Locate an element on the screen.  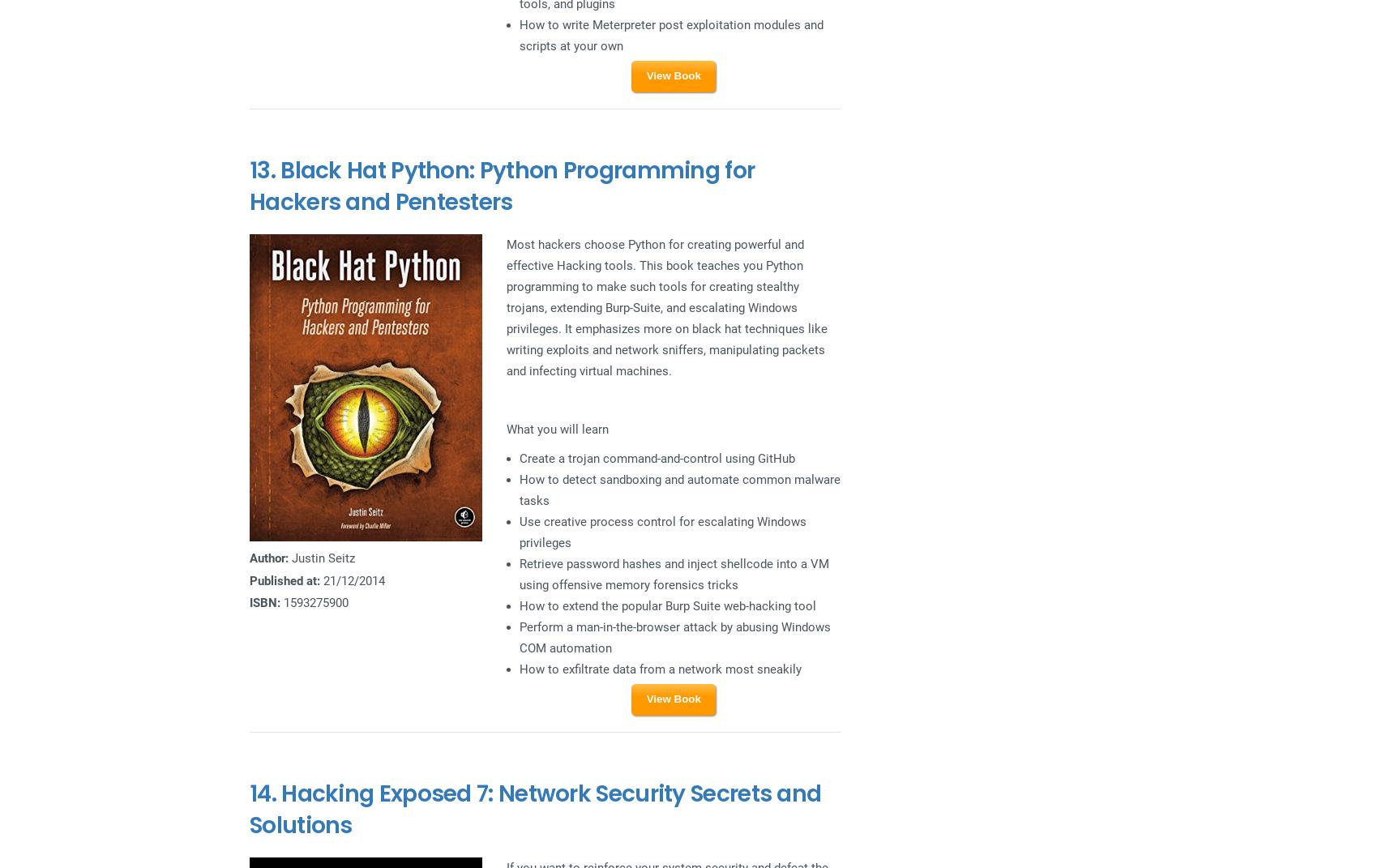
'13.' is located at coordinates (264, 169).